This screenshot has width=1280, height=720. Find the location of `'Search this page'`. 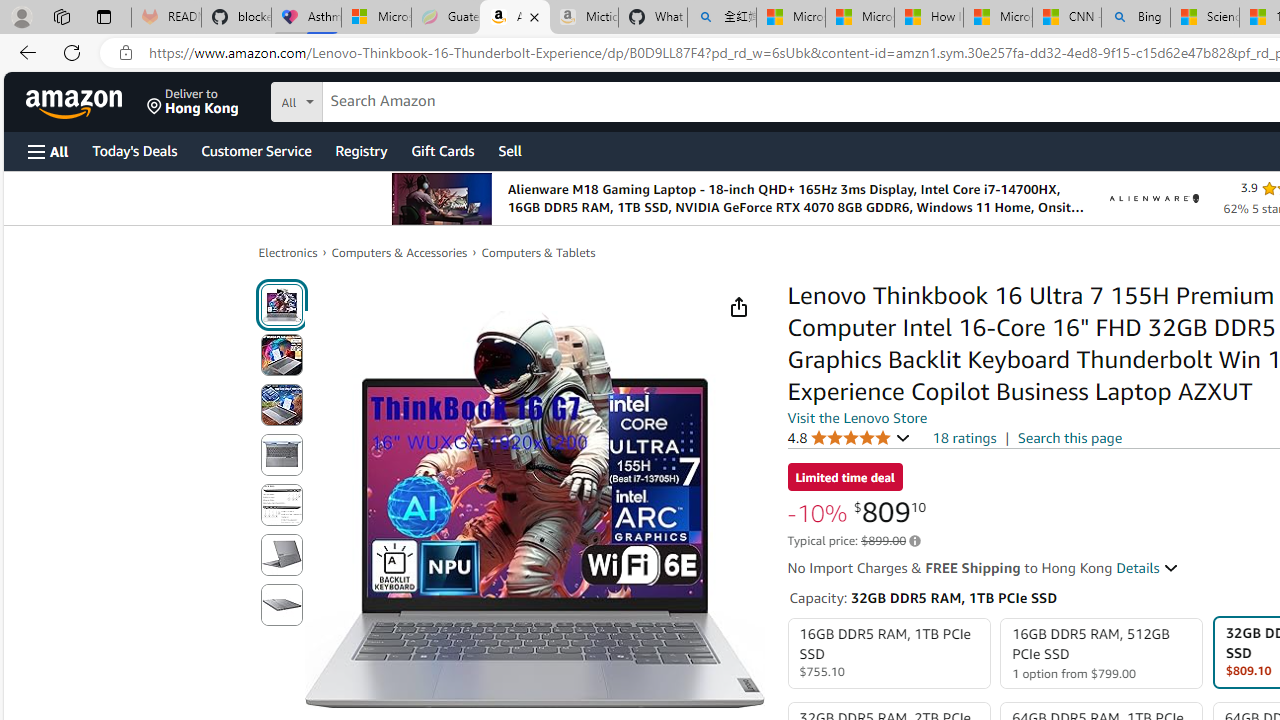

'Search this page' is located at coordinates (1069, 436).